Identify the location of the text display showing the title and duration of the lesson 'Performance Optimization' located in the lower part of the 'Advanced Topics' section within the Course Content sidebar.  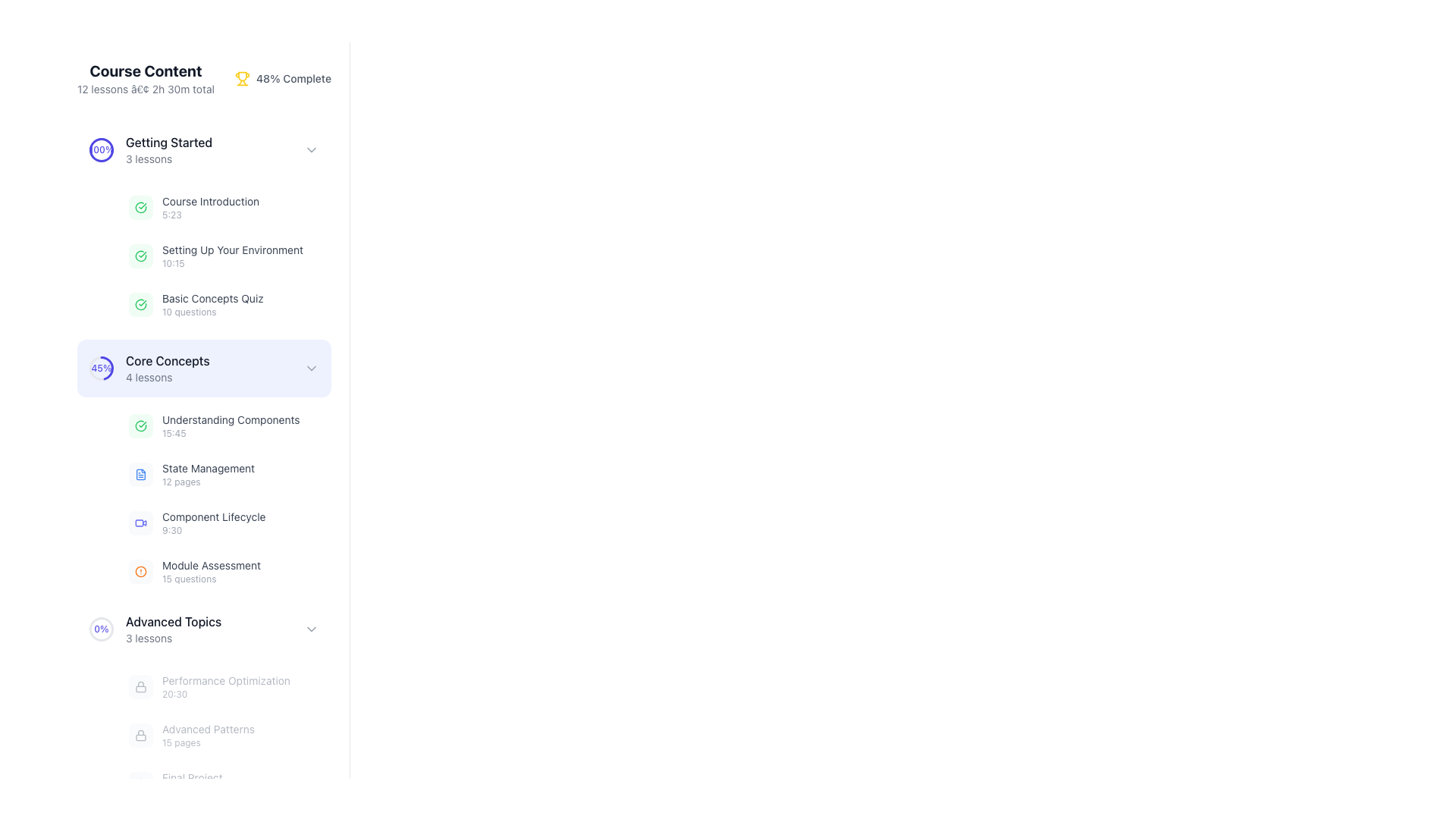
(225, 687).